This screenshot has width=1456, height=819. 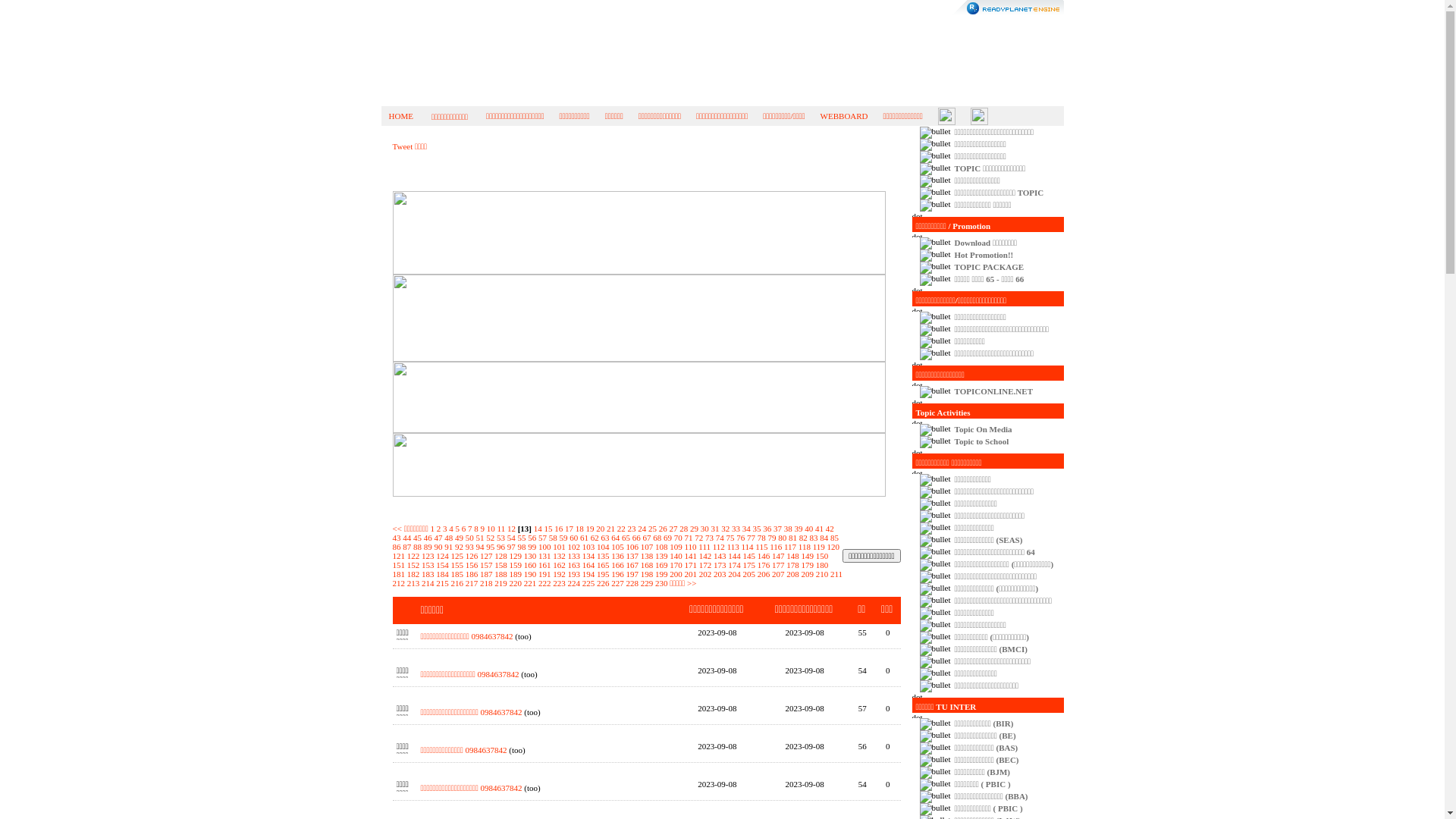 I want to click on '164', so click(x=588, y=564).